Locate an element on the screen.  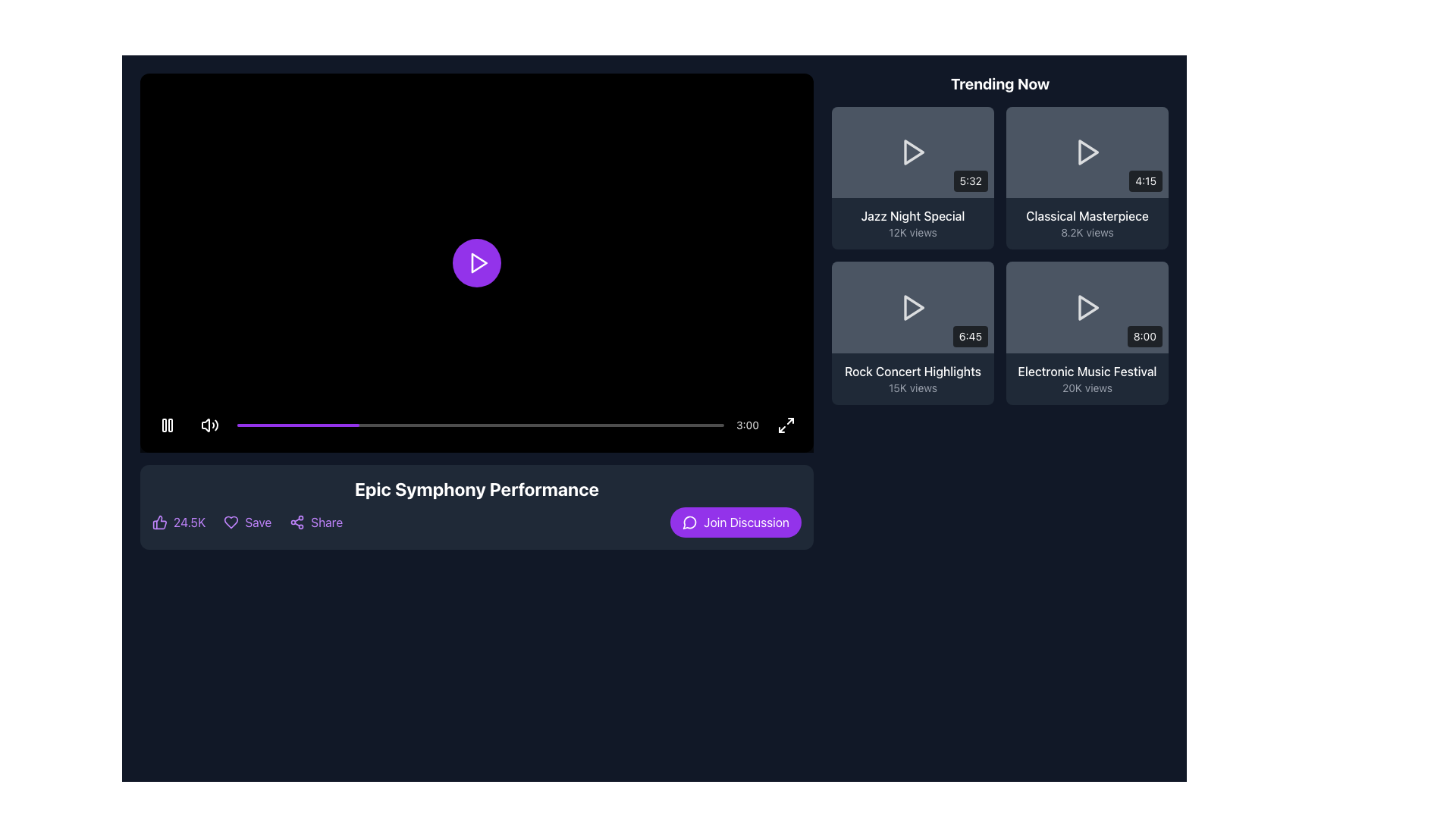
the decorative icon indicating the discussion or messaging action, located to the left of the 'Join Discussion' button in the bottom-right section of the interface is located at coordinates (689, 521).